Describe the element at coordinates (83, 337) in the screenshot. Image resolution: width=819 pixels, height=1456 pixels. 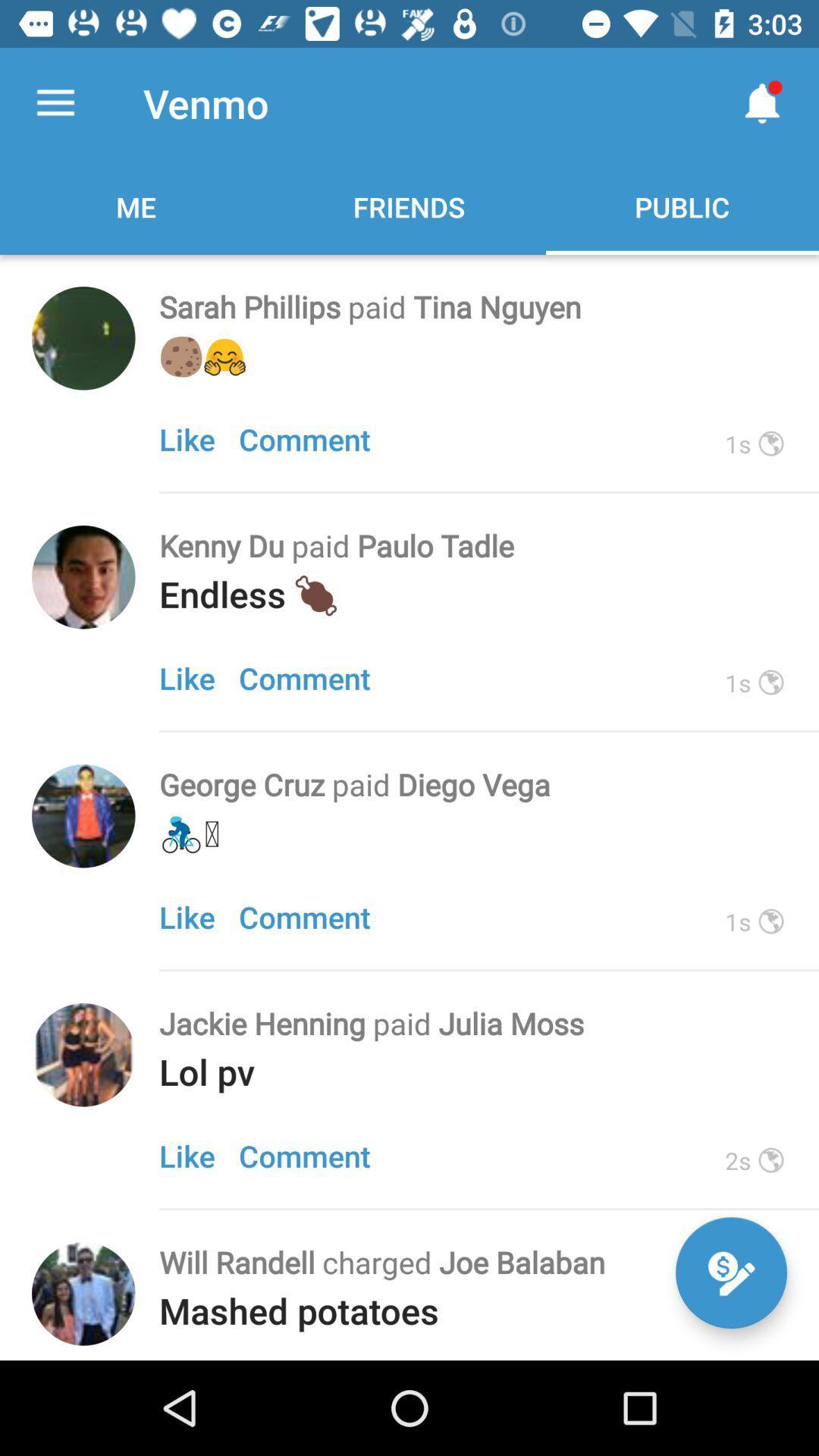
I see `profile picture of the user` at that location.